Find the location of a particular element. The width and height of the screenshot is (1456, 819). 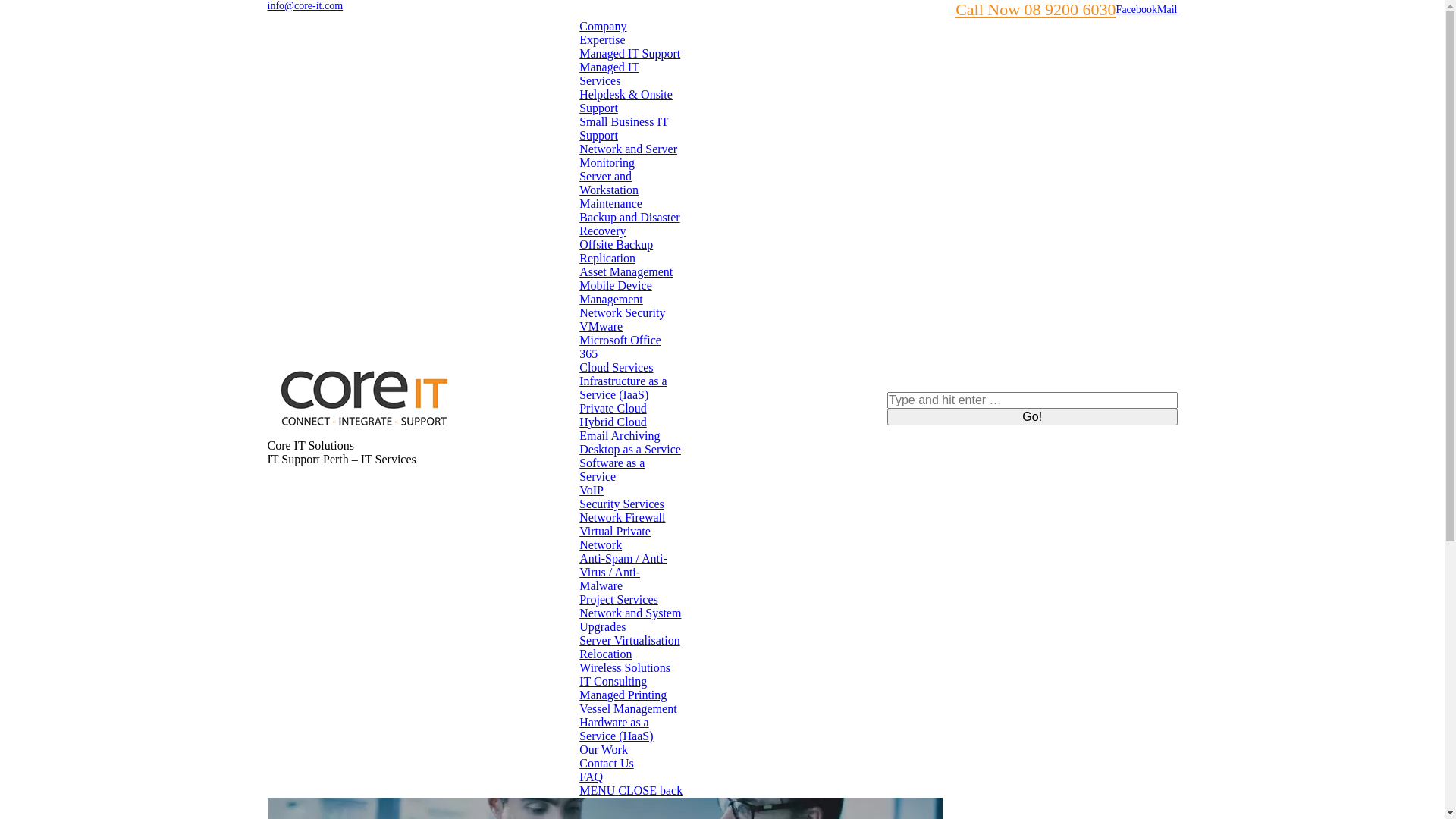

'Infrastructure as a Service (IaaS)' is located at coordinates (623, 387).